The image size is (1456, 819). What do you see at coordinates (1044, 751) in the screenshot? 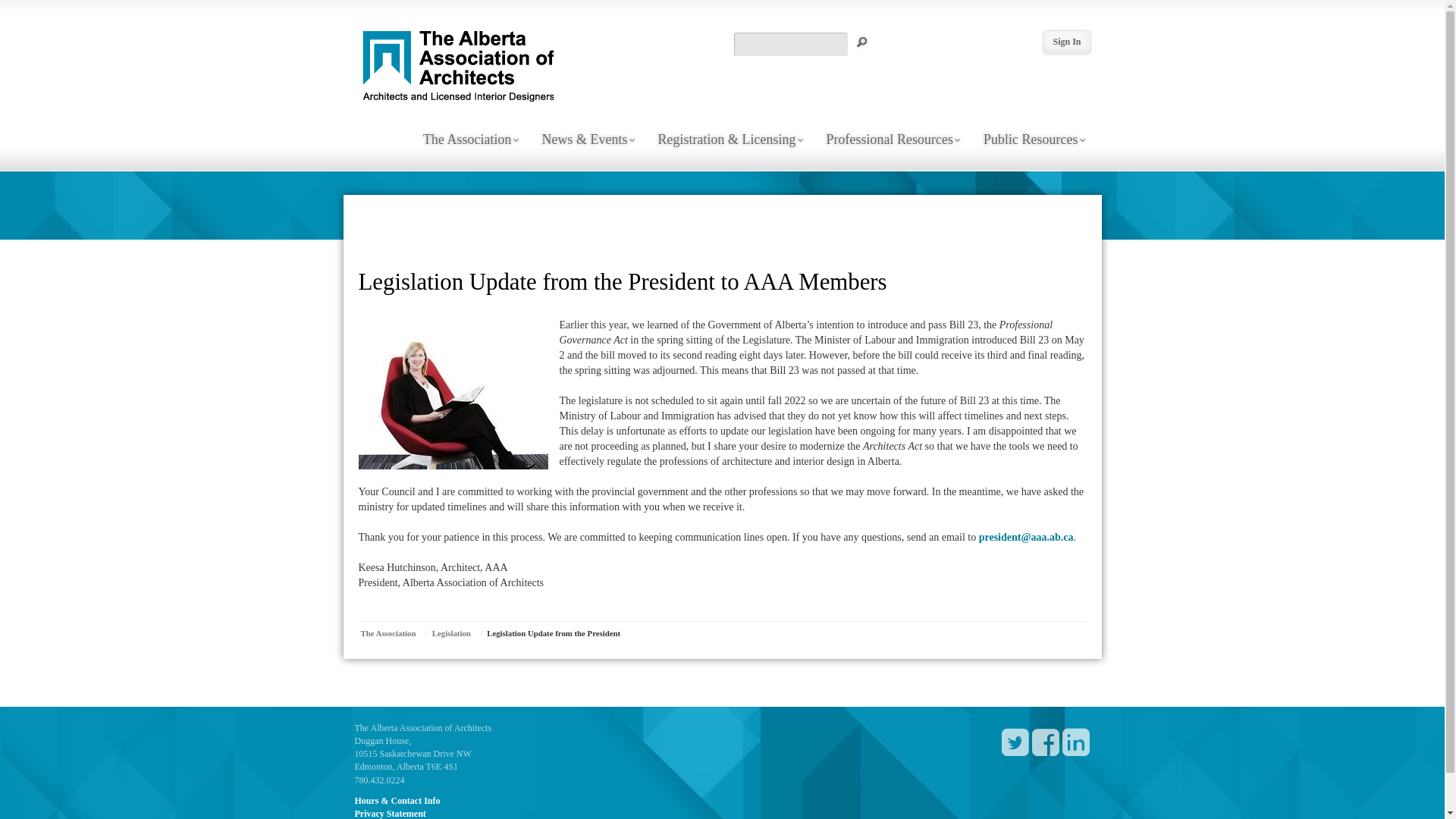
I see `' '` at bounding box center [1044, 751].